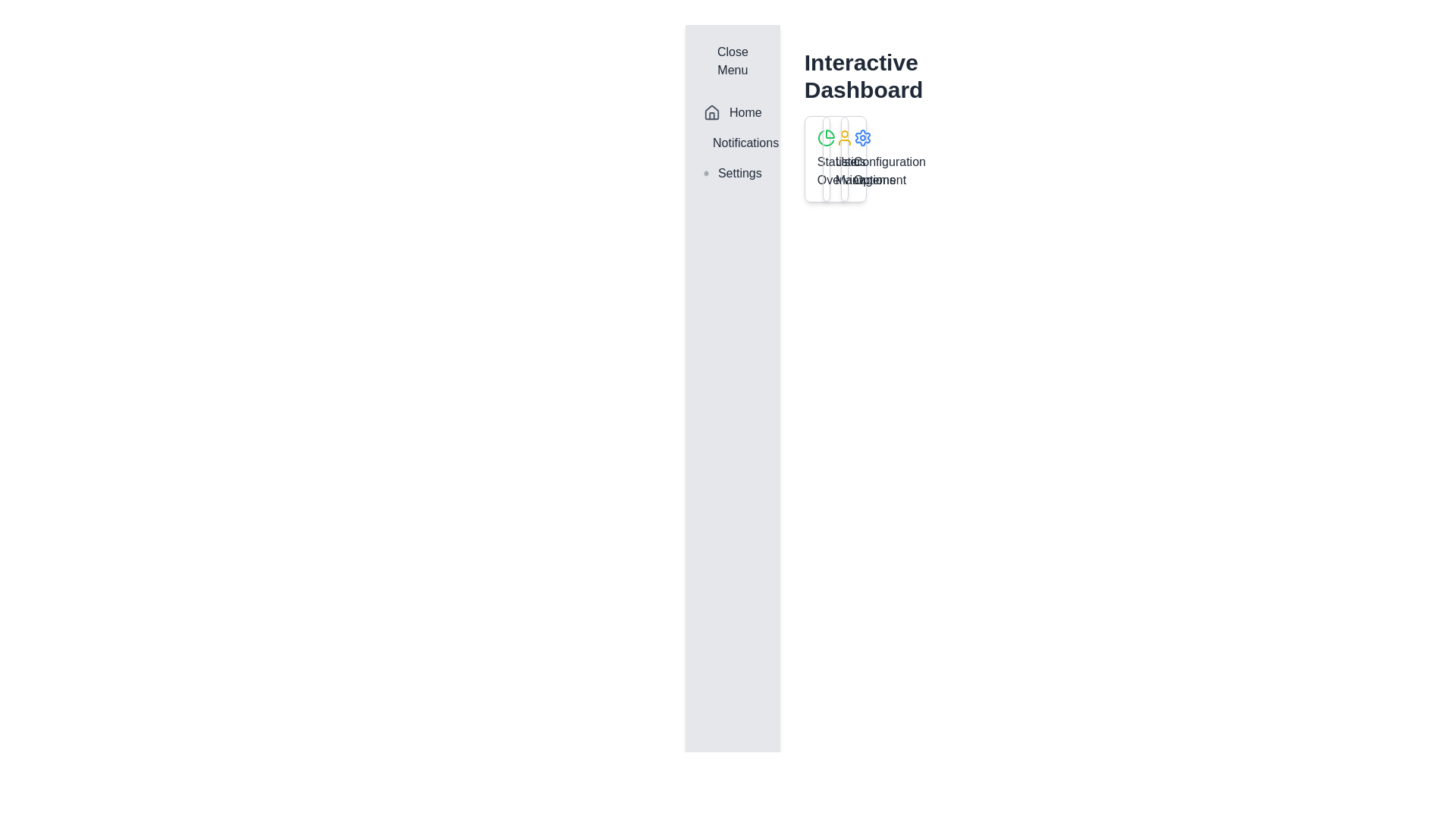 The width and height of the screenshot is (1456, 819). What do you see at coordinates (816, 158) in the screenshot?
I see `the 'Statistics Overview' card, which is the leftmost card in a grid layout containing a green pie chart icon and a gray border` at bounding box center [816, 158].